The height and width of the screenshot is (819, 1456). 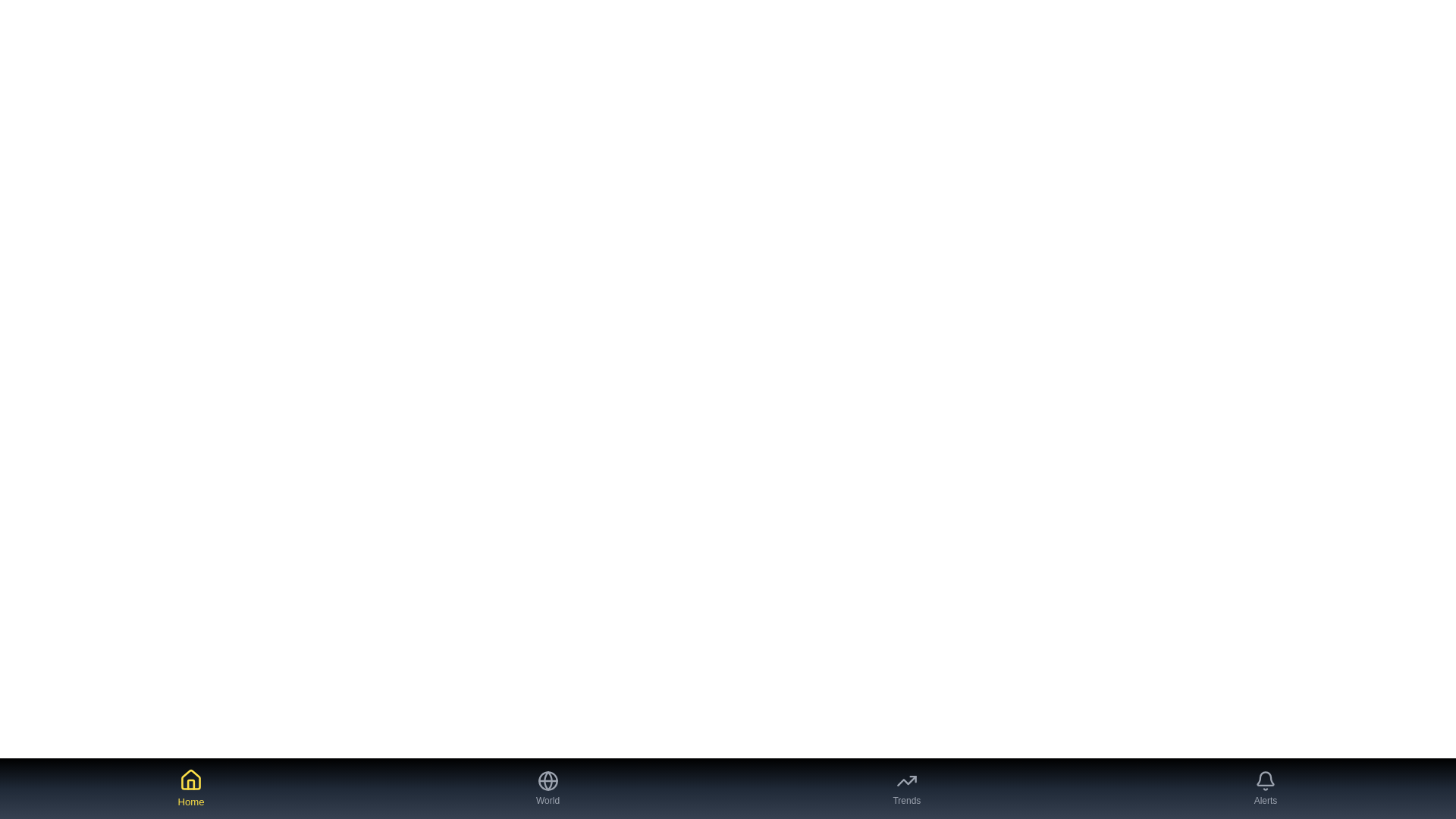 I want to click on the World tab button to navigate to the corresponding tab, so click(x=546, y=788).